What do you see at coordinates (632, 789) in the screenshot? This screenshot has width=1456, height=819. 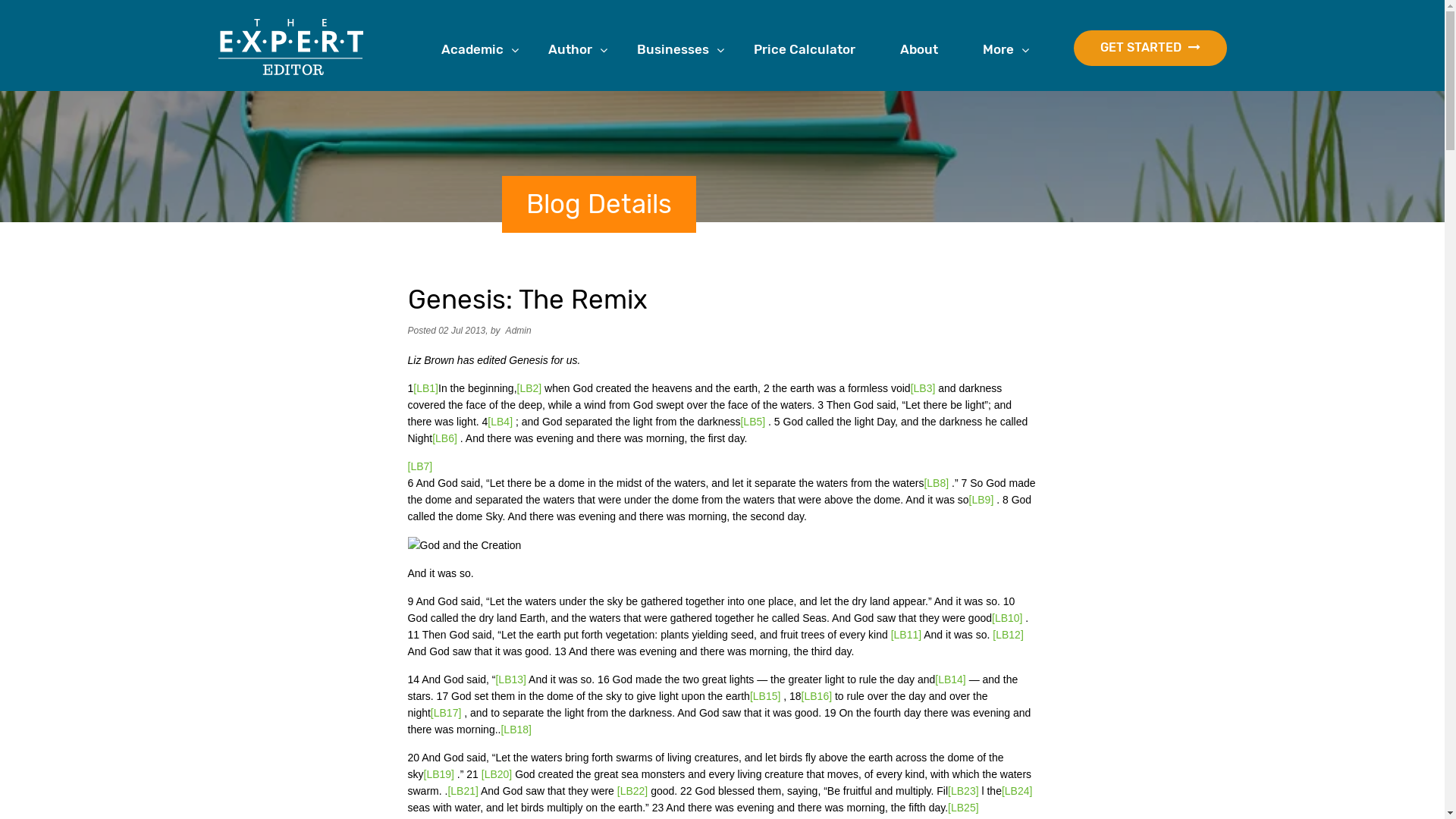 I see `'[LB22]'` at bounding box center [632, 789].